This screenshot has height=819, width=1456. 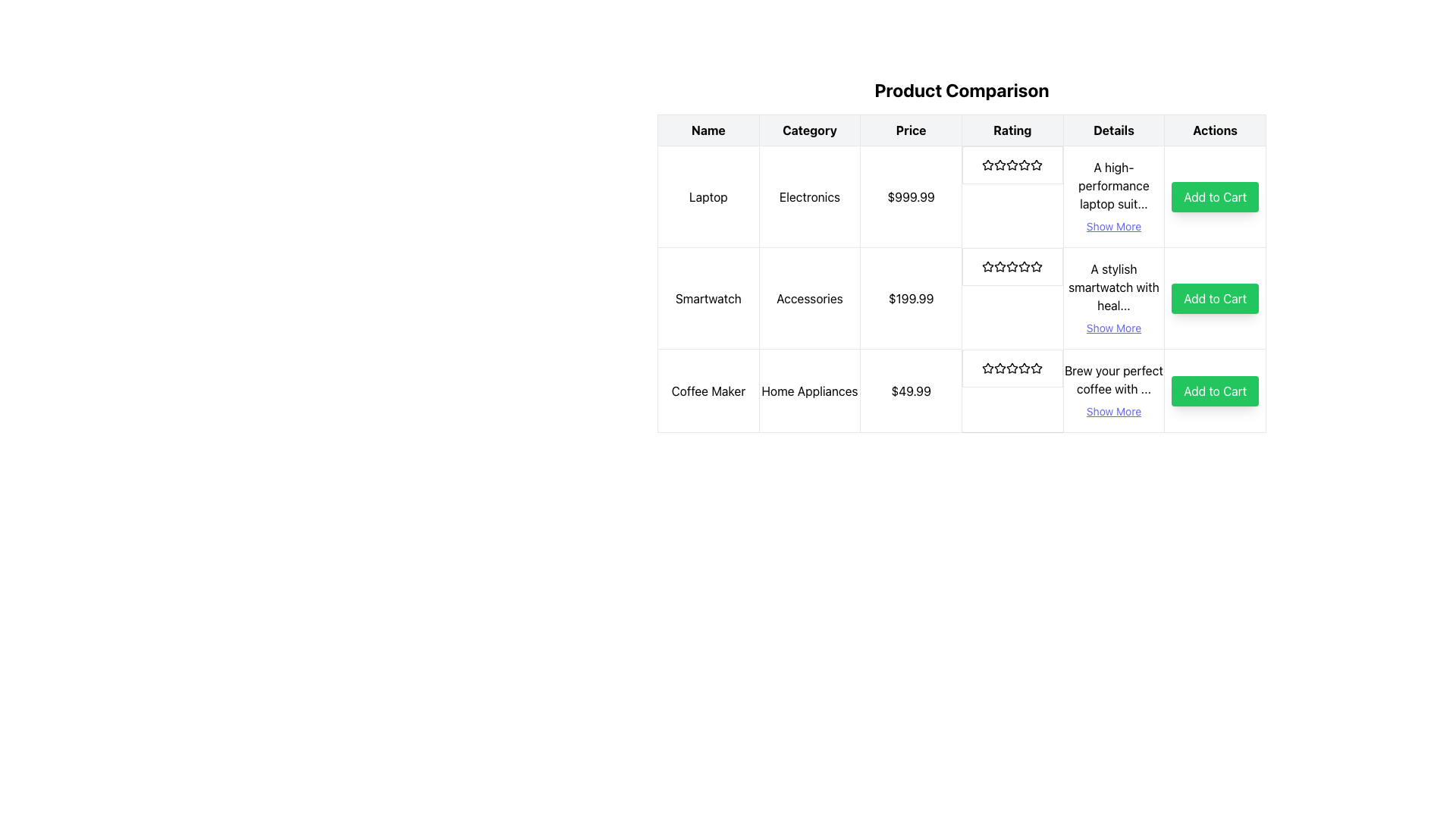 I want to click on the third star icon in the 'Rating' column of the first row of the product comparison table, so click(x=1000, y=165).